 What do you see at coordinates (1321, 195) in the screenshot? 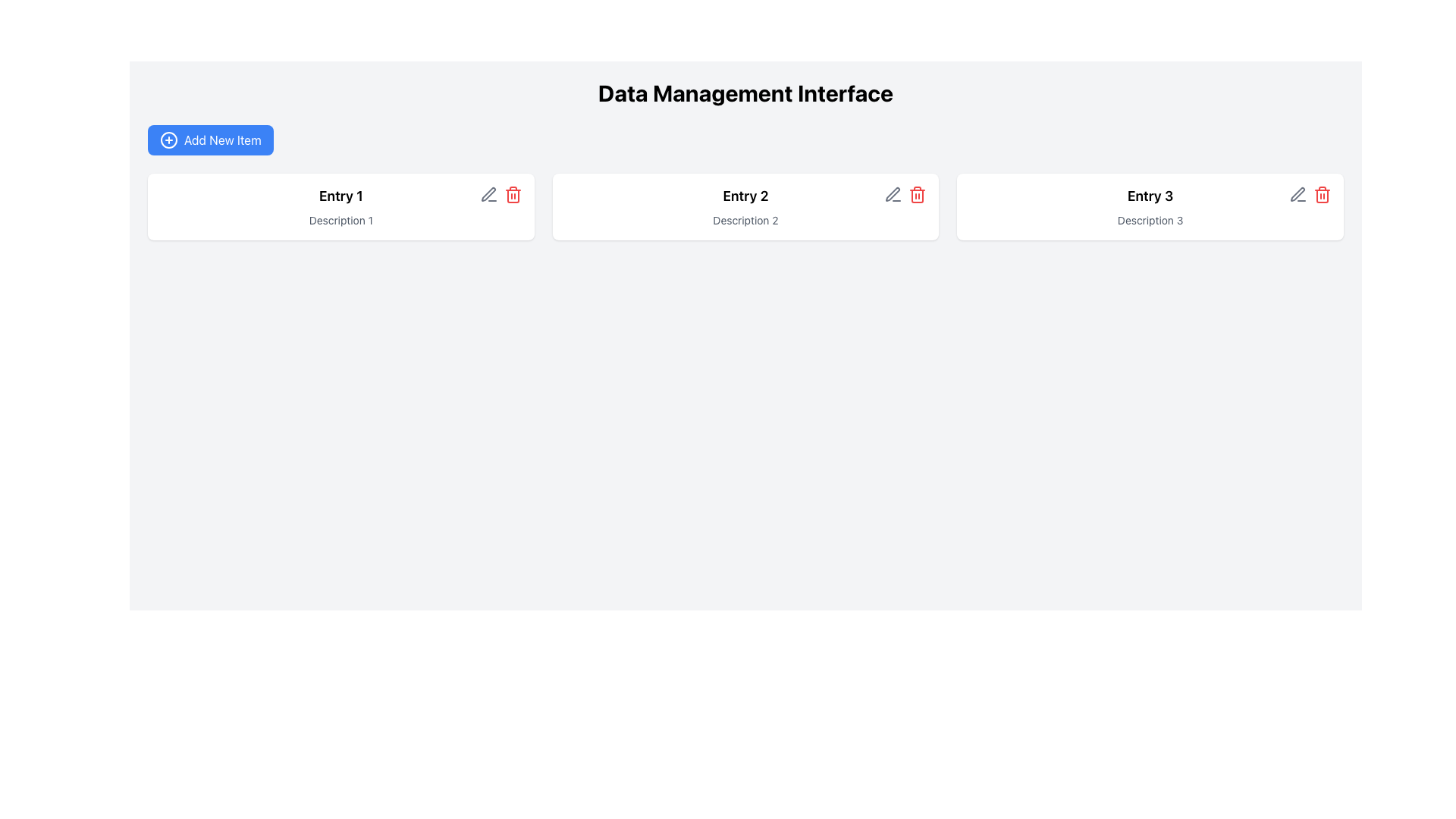
I see `the trash icon button located at the top right corner of 'Entry 3' card` at bounding box center [1321, 195].